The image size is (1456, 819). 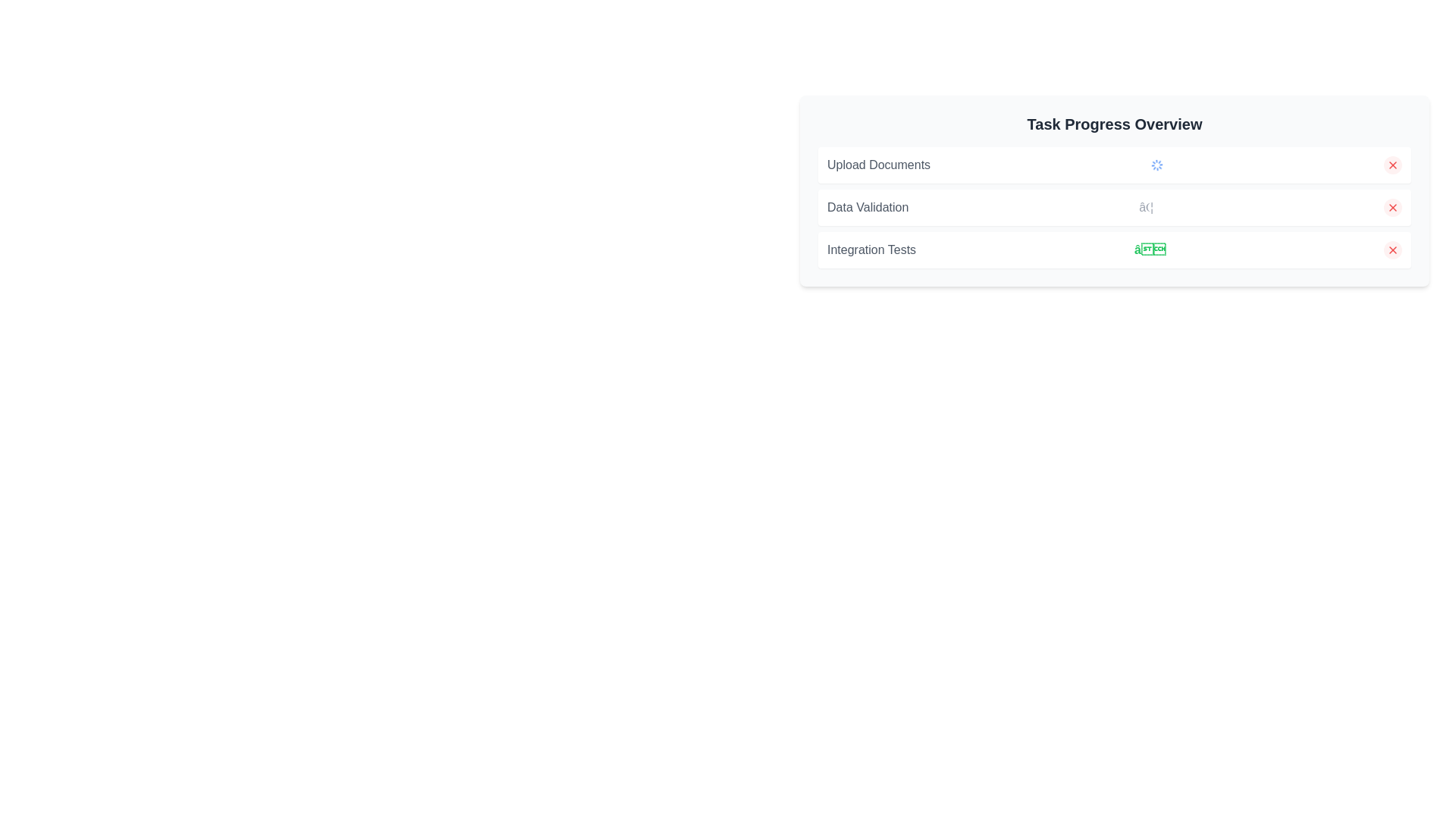 What do you see at coordinates (1114, 249) in the screenshot?
I see `the 'Integration Tests' button in the 'Task Progress Overview' list` at bounding box center [1114, 249].